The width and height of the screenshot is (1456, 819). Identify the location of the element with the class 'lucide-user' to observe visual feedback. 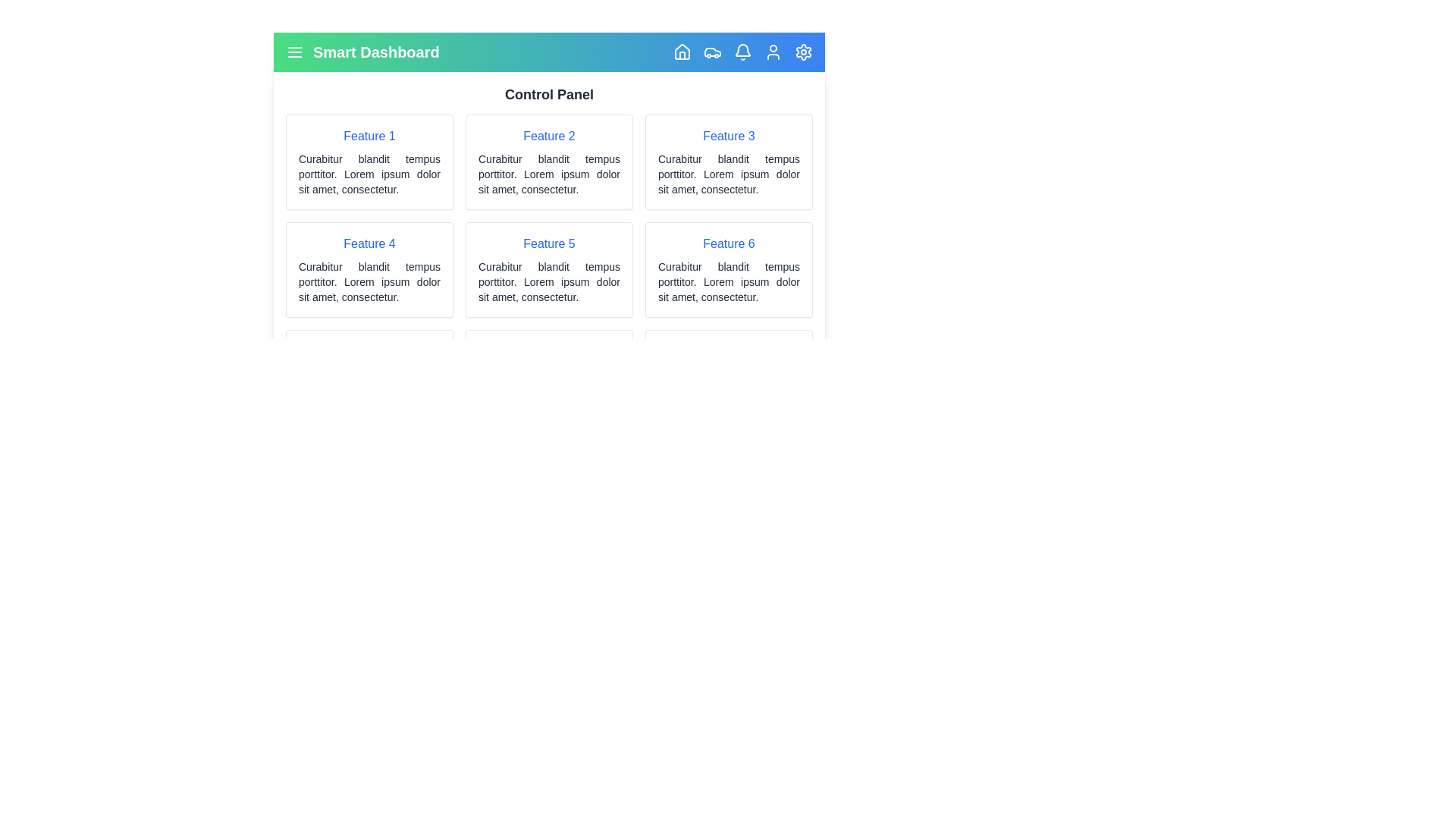
(773, 52).